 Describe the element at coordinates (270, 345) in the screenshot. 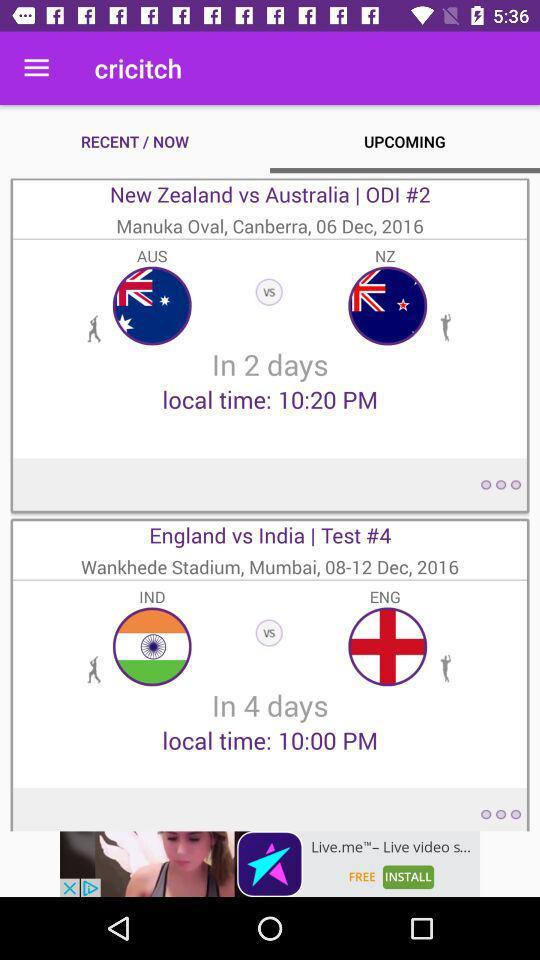

I see `the table below the upcoming` at that location.